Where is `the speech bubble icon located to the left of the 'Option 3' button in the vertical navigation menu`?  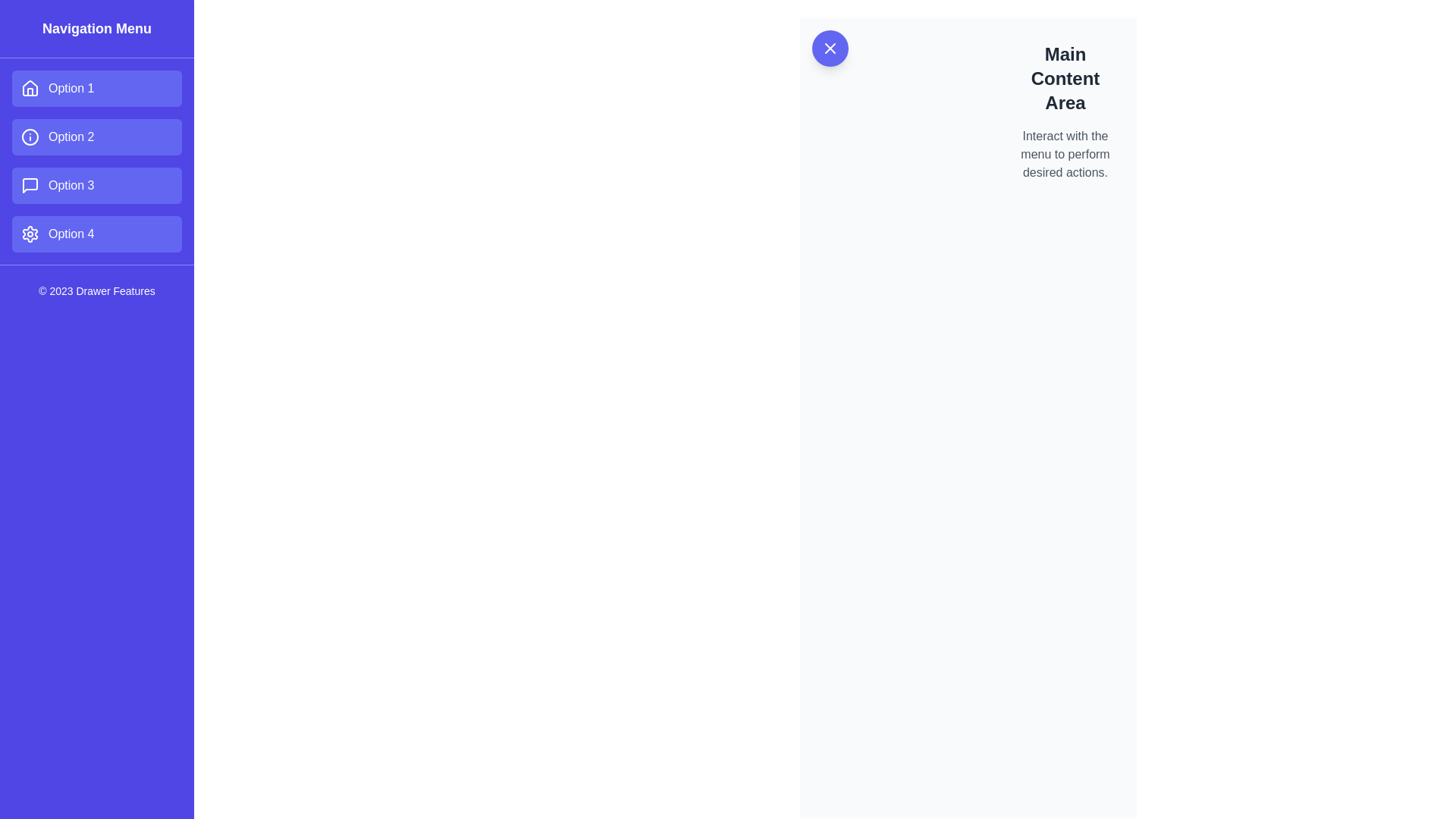 the speech bubble icon located to the left of the 'Option 3' button in the vertical navigation menu is located at coordinates (30, 185).